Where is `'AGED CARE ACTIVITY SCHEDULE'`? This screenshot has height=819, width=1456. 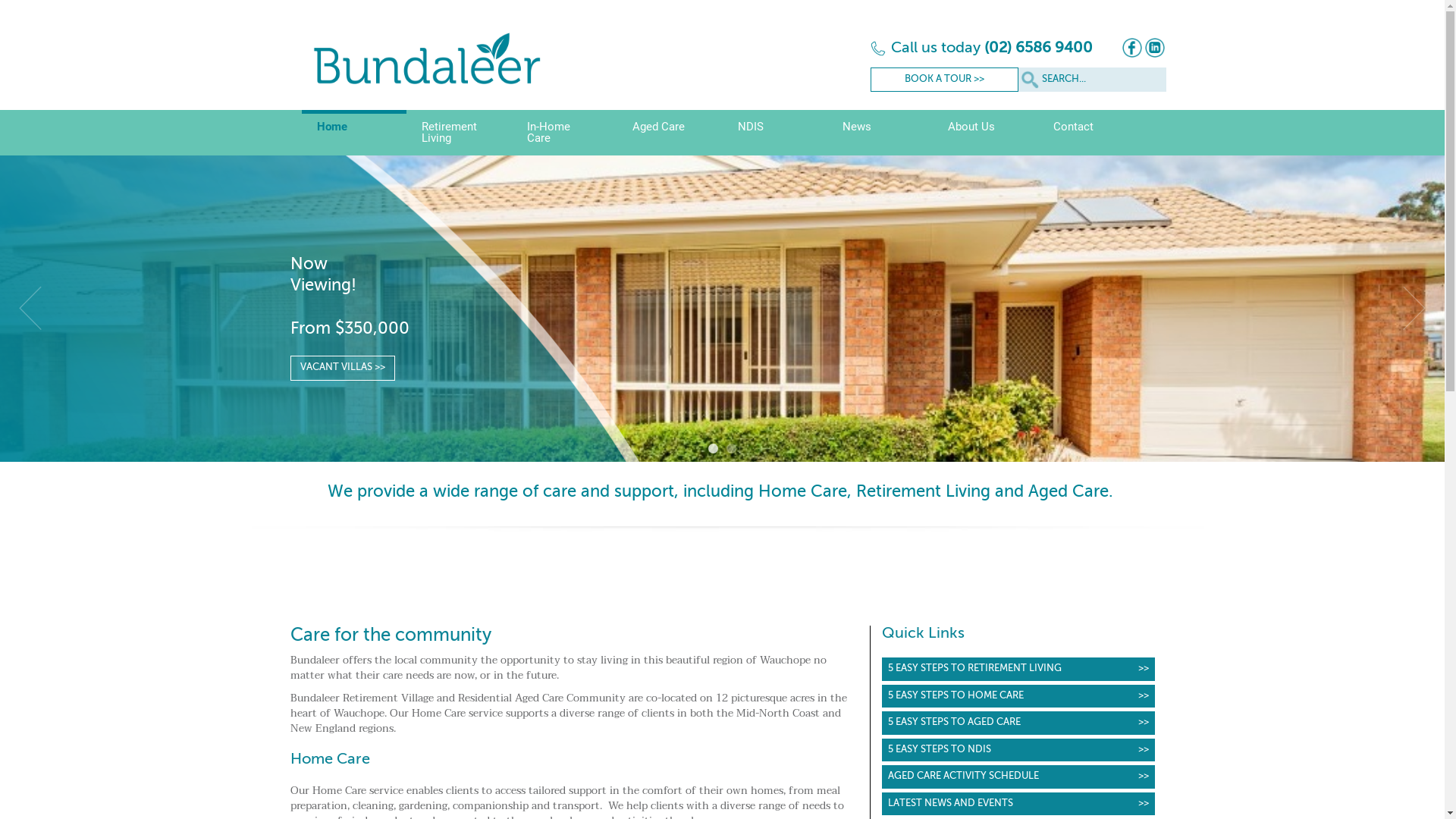
'AGED CARE ACTIVITY SCHEDULE' is located at coordinates (1018, 777).